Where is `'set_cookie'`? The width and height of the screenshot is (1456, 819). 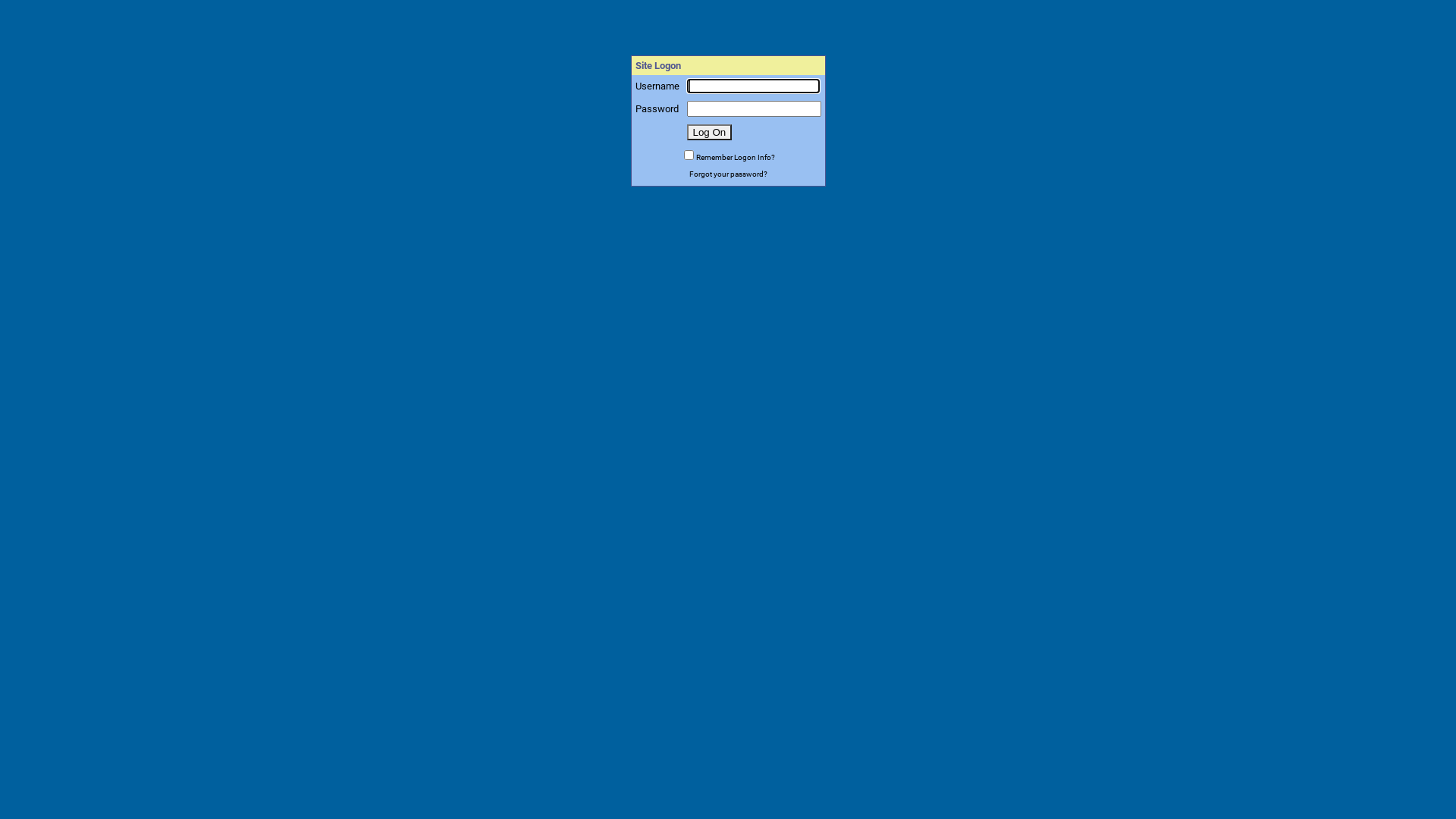
'set_cookie' is located at coordinates (688, 155).